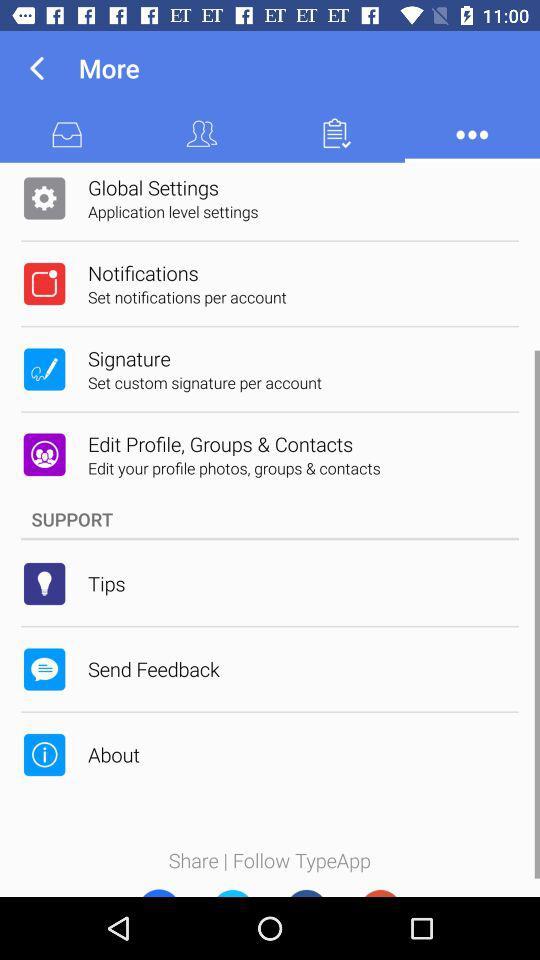 This screenshot has height=960, width=540. What do you see at coordinates (270, 518) in the screenshot?
I see `support item` at bounding box center [270, 518].